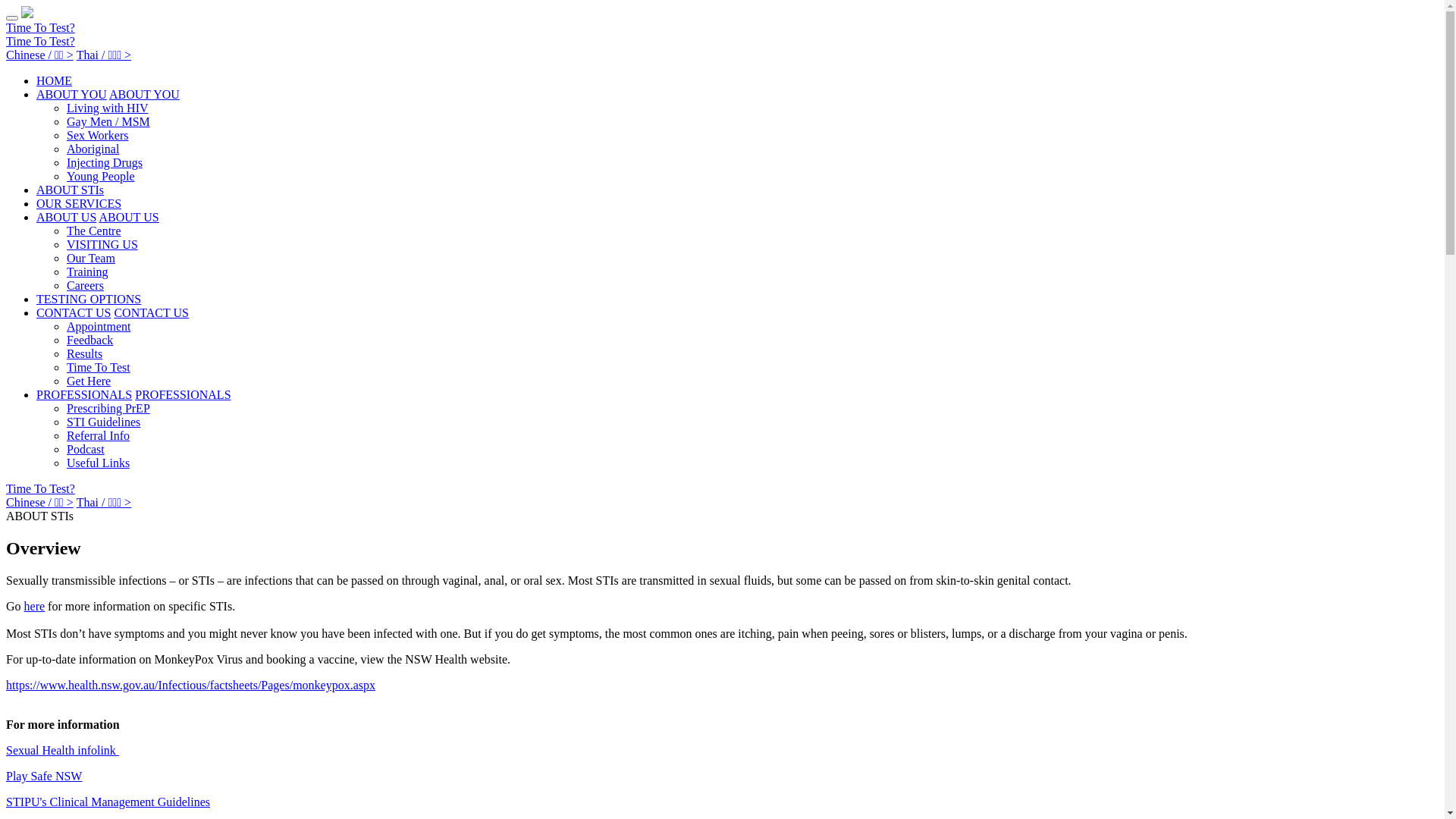 This screenshot has height=819, width=1456. What do you see at coordinates (97, 462) in the screenshot?
I see `'Useful Links'` at bounding box center [97, 462].